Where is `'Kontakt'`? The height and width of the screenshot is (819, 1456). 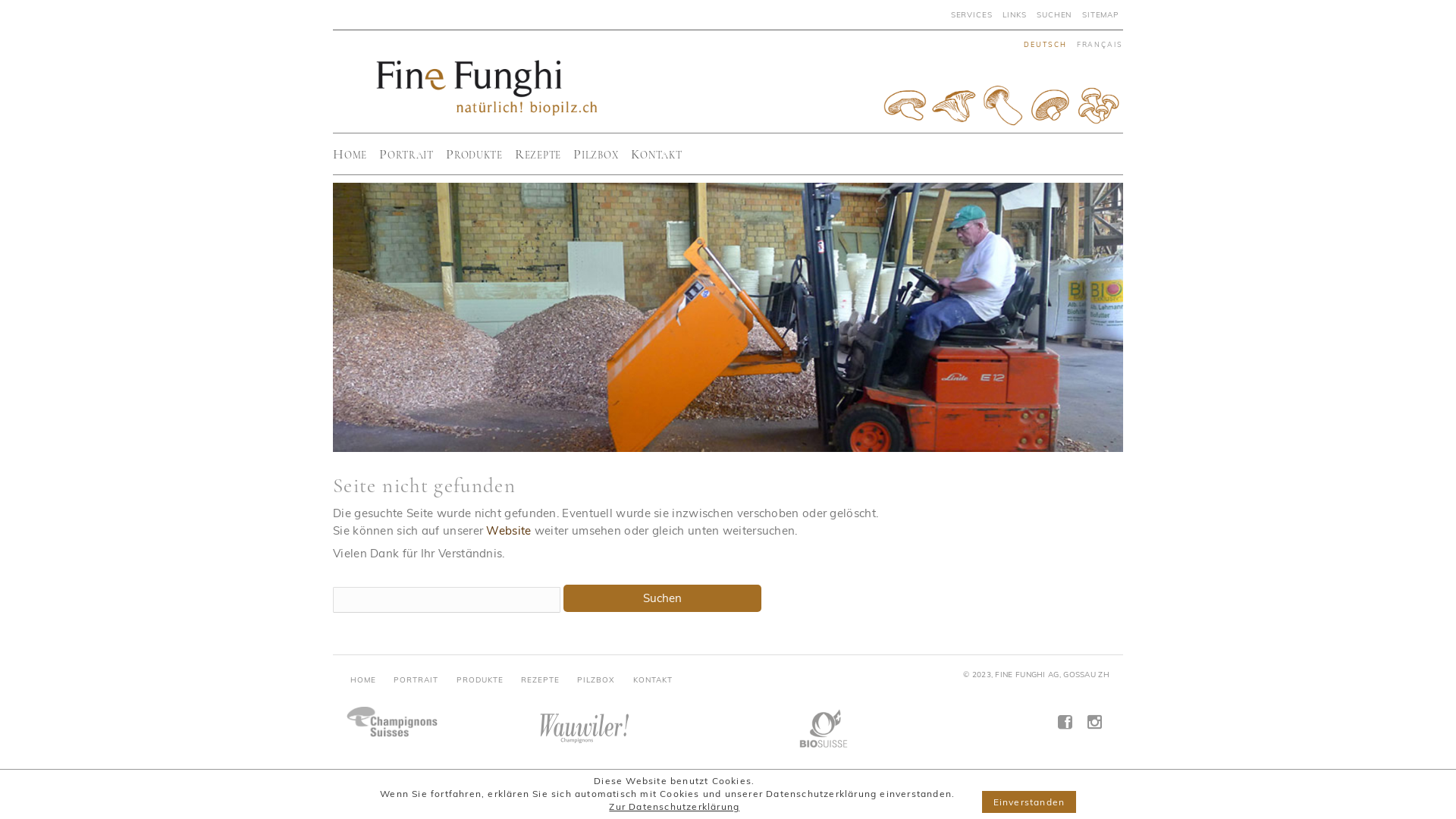
'Kontakt' is located at coordinates (662, 154).